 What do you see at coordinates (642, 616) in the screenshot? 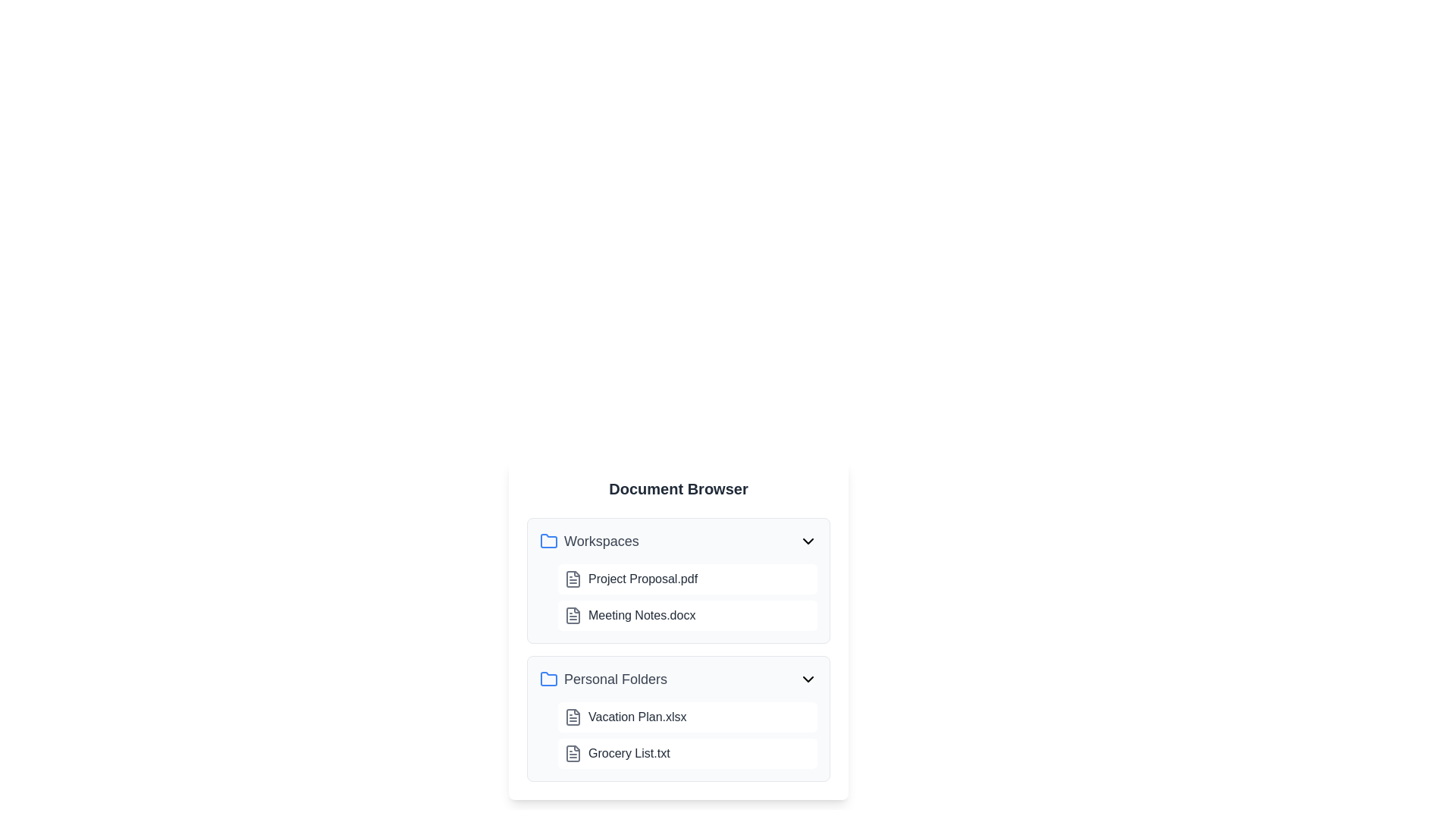
I see `the text label for the document named 'Meeting Notes.docx' located in the second position of the vertical list under the 'Workspaces' section of the 'Document Browser'` at bounding box center [642, 616].